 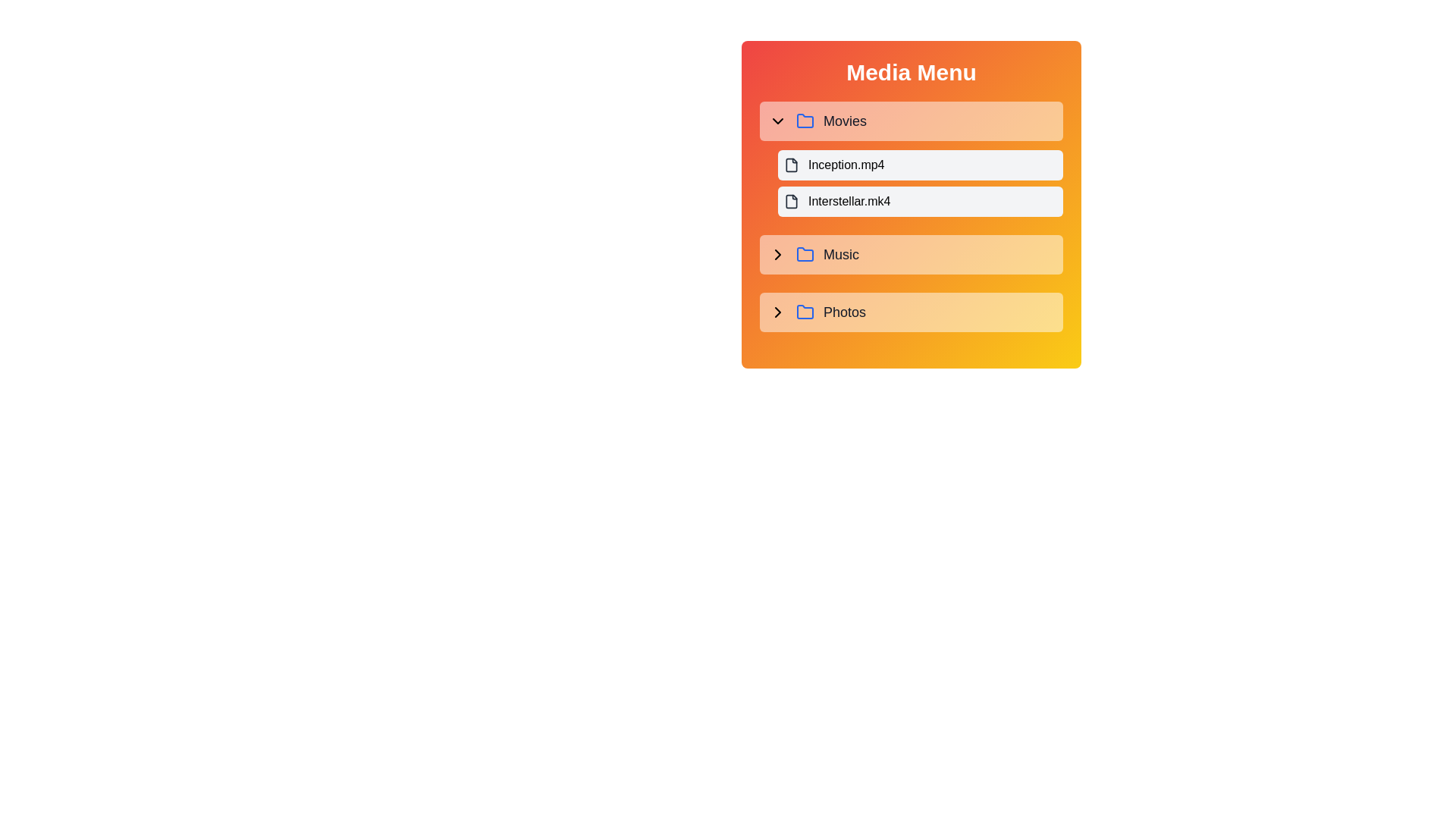 I want to click on the text label 'Interstellar.mk4' located, so click(x=849, y=201).